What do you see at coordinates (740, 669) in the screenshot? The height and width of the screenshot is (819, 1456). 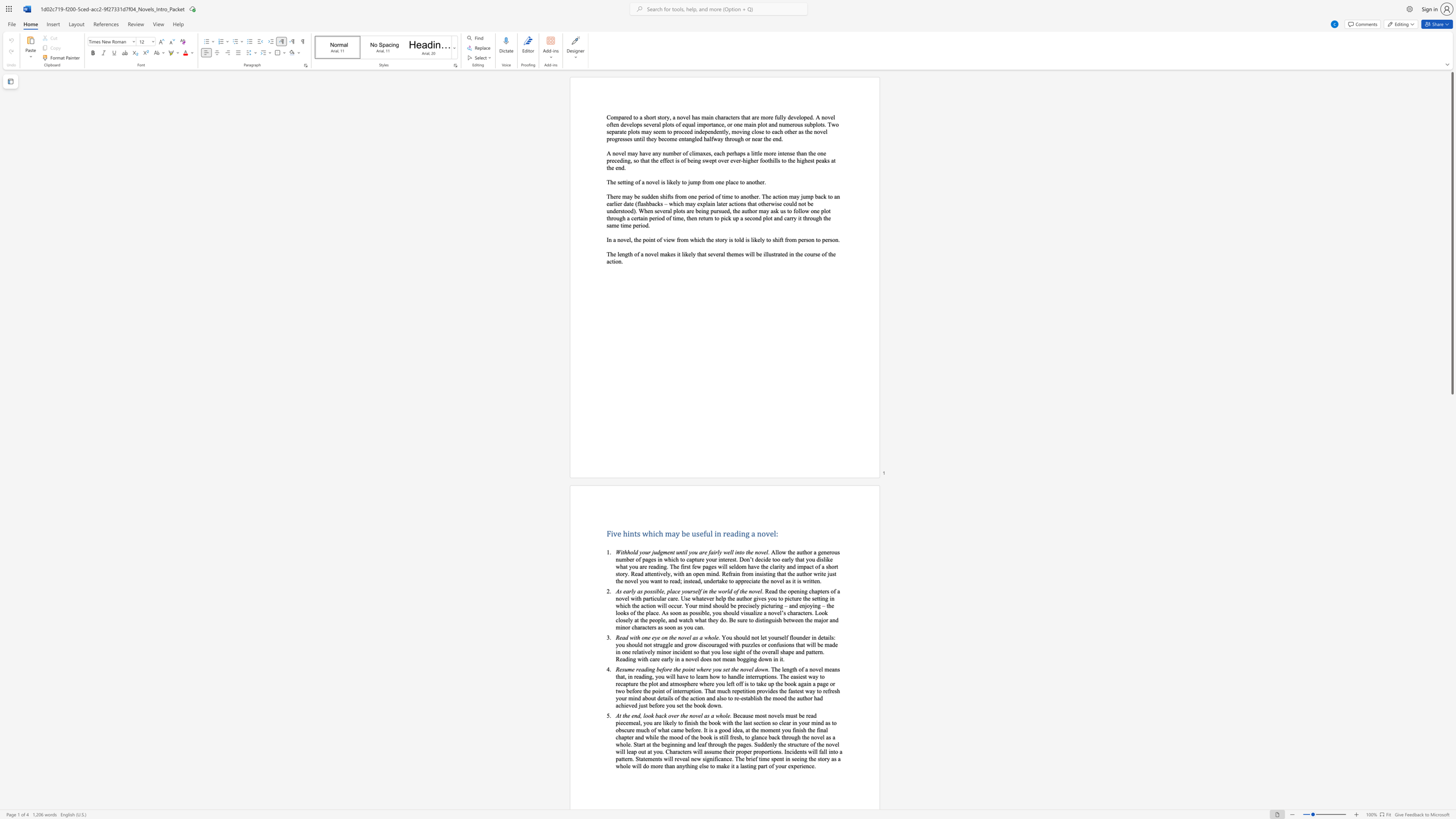 I see `the subset text "novel d" within the text "Resume reading before the point where you set the novel down"` at bounding box center [740, 669].